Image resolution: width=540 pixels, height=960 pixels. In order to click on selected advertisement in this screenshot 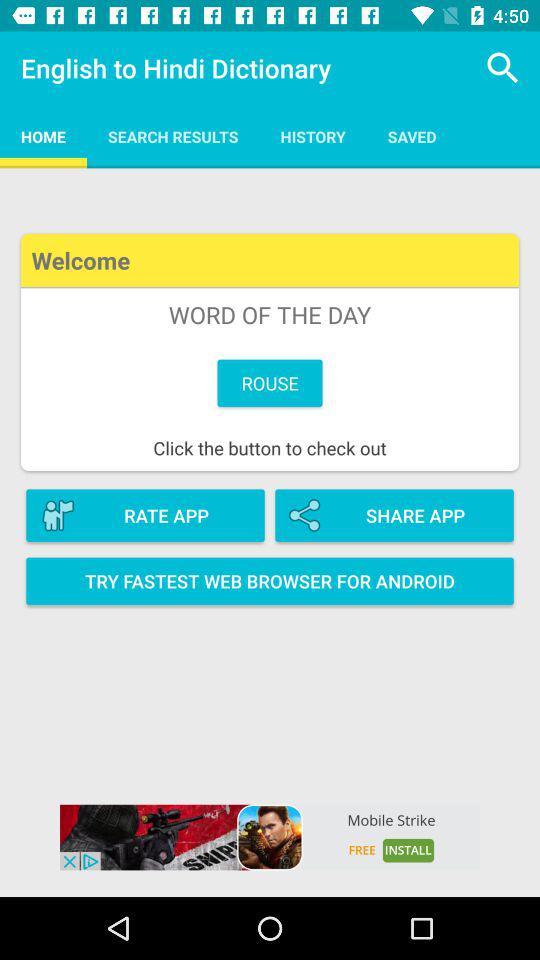, I will do `click(270, 837)`.